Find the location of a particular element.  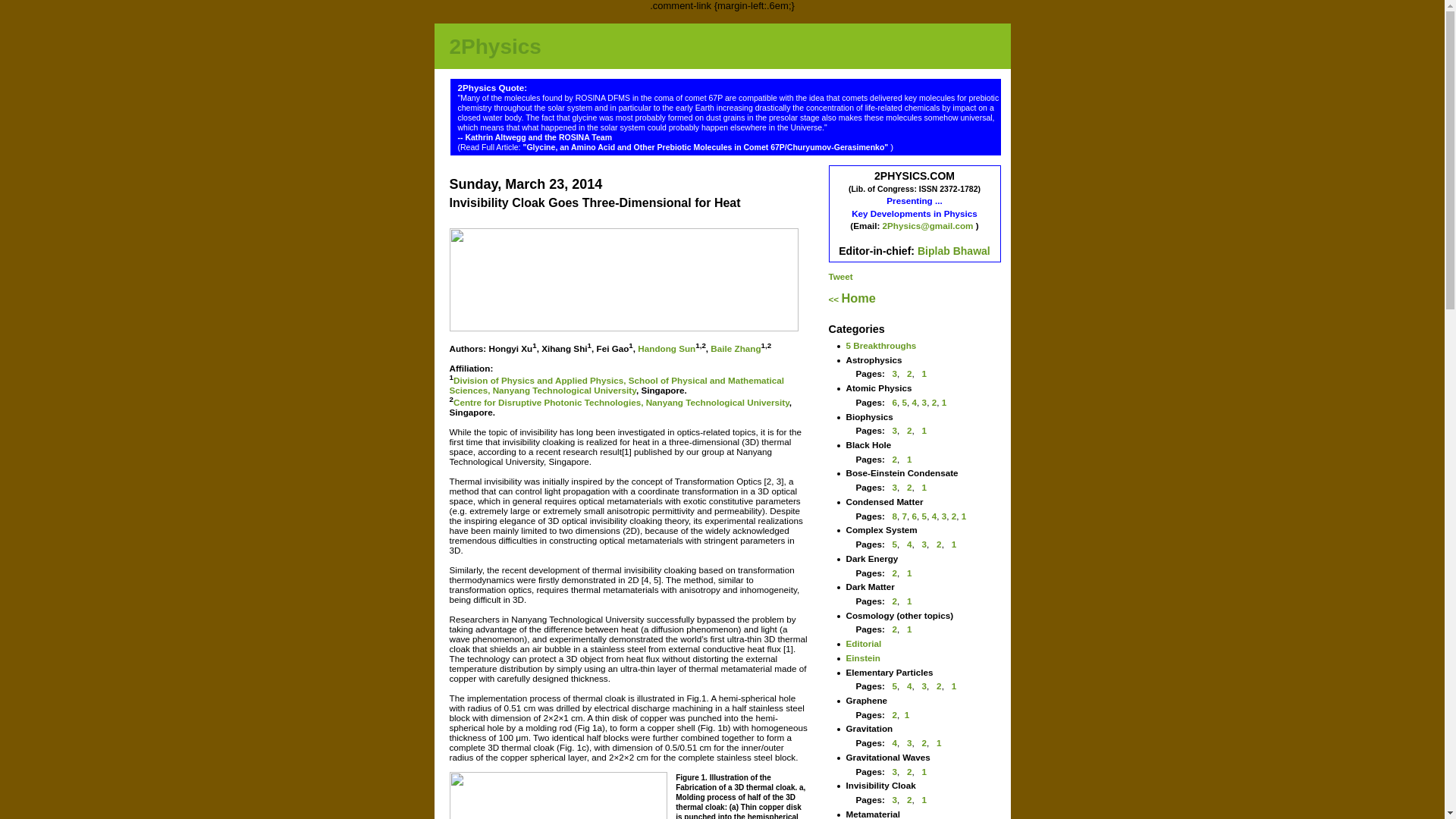

'3' is located at coordinates (895, 771).